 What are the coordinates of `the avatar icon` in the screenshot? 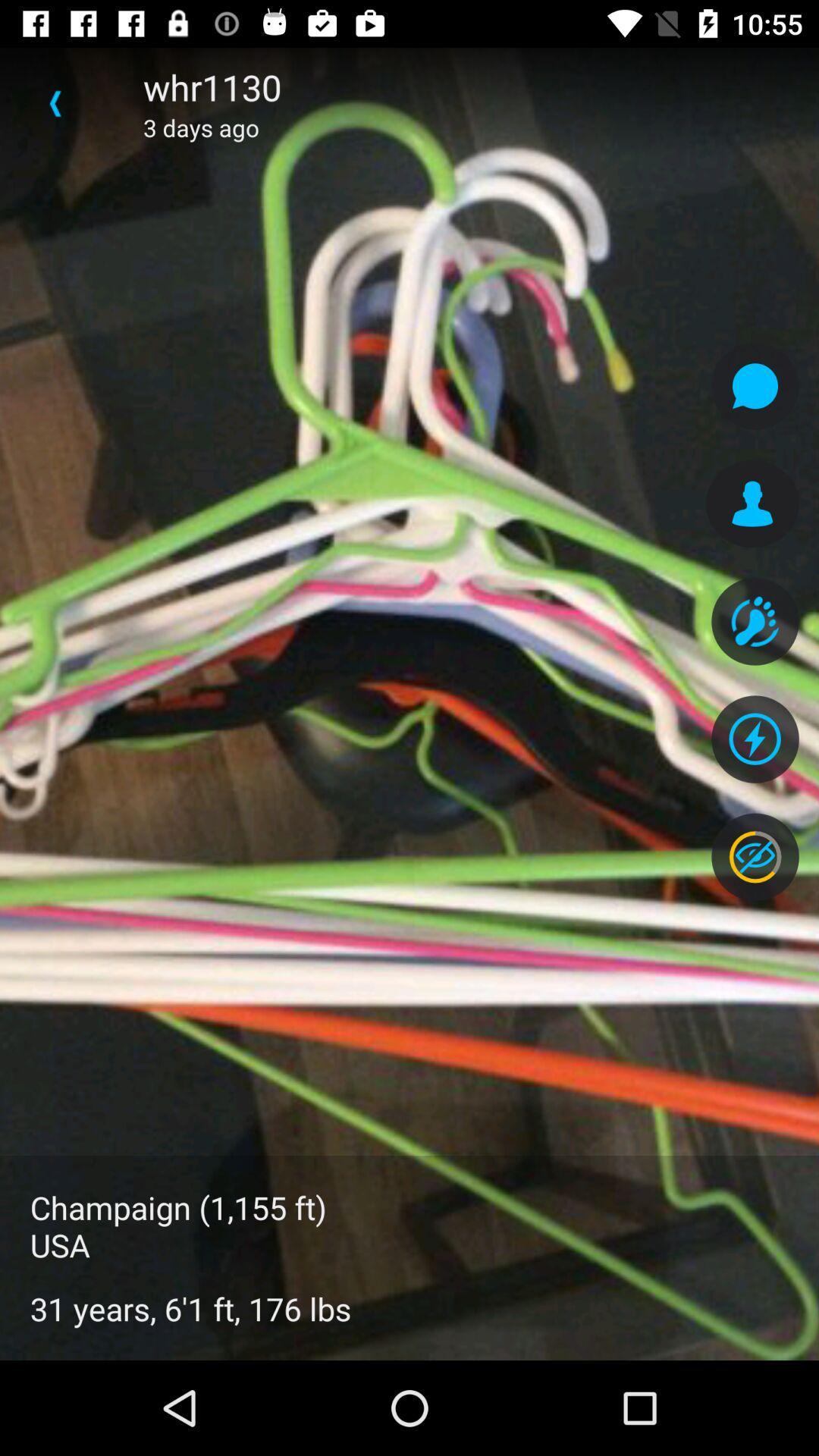 It's located at (752, 504).